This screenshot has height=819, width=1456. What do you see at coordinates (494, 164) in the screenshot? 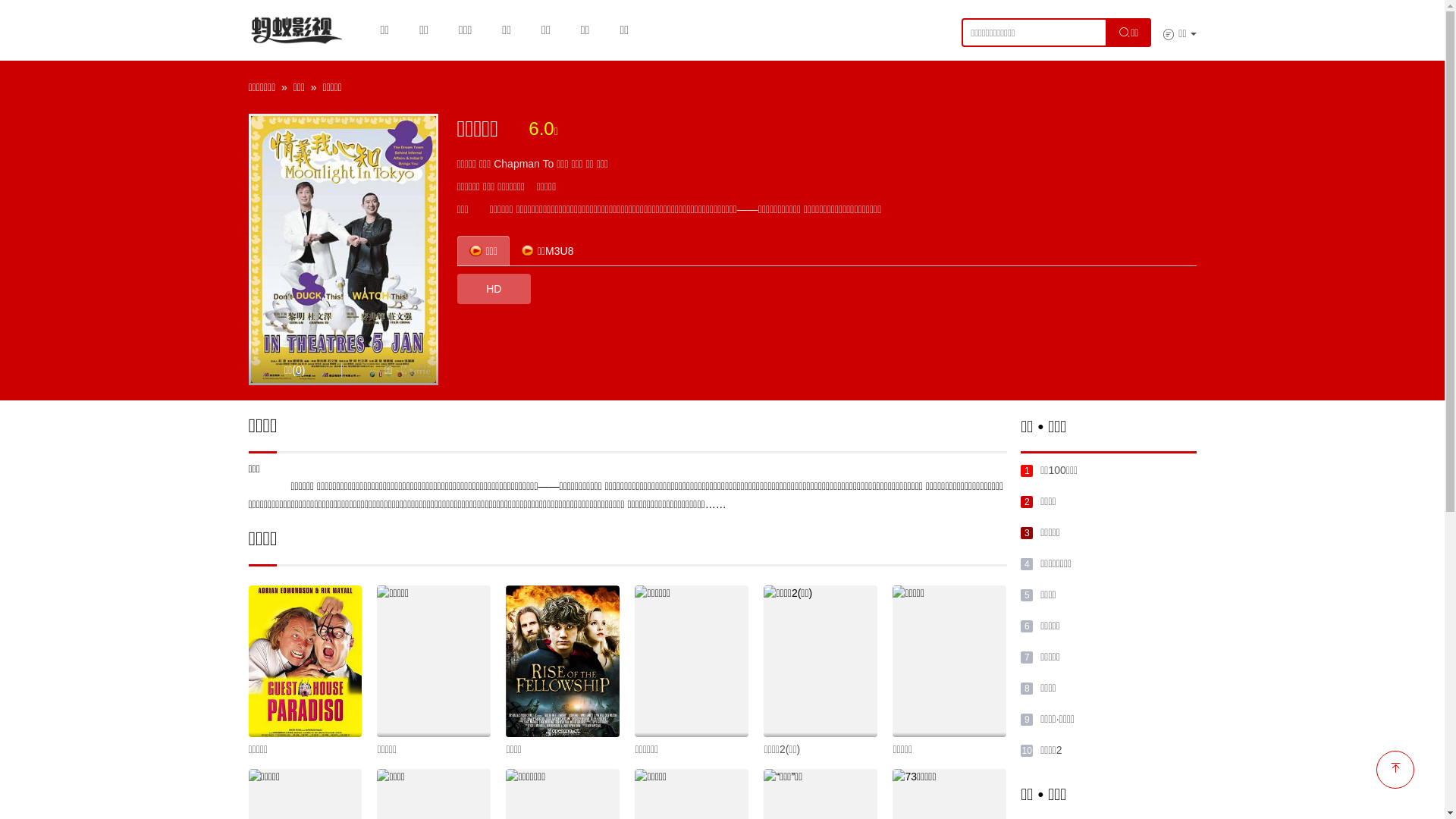
I see `'Chapman'` at bounding box center [494, 164].